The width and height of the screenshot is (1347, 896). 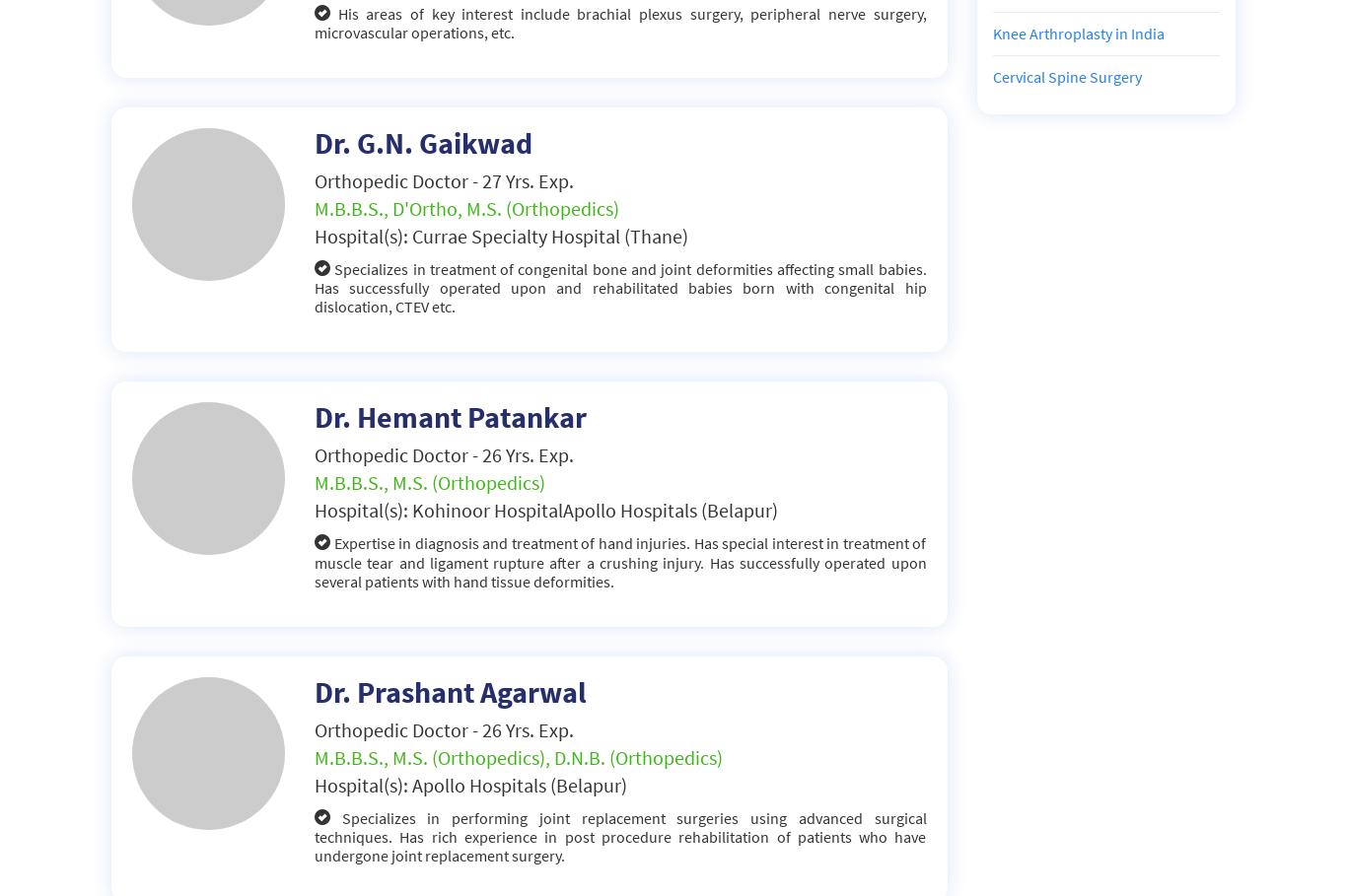 I want to click on 'Specializes in treatment of congenital bone and joint deformities affecting small babies. Has successfully operated upon and rehabilitated babies born with congenital hip dislocation, CTEV etc.', so click(x=619, y=286).